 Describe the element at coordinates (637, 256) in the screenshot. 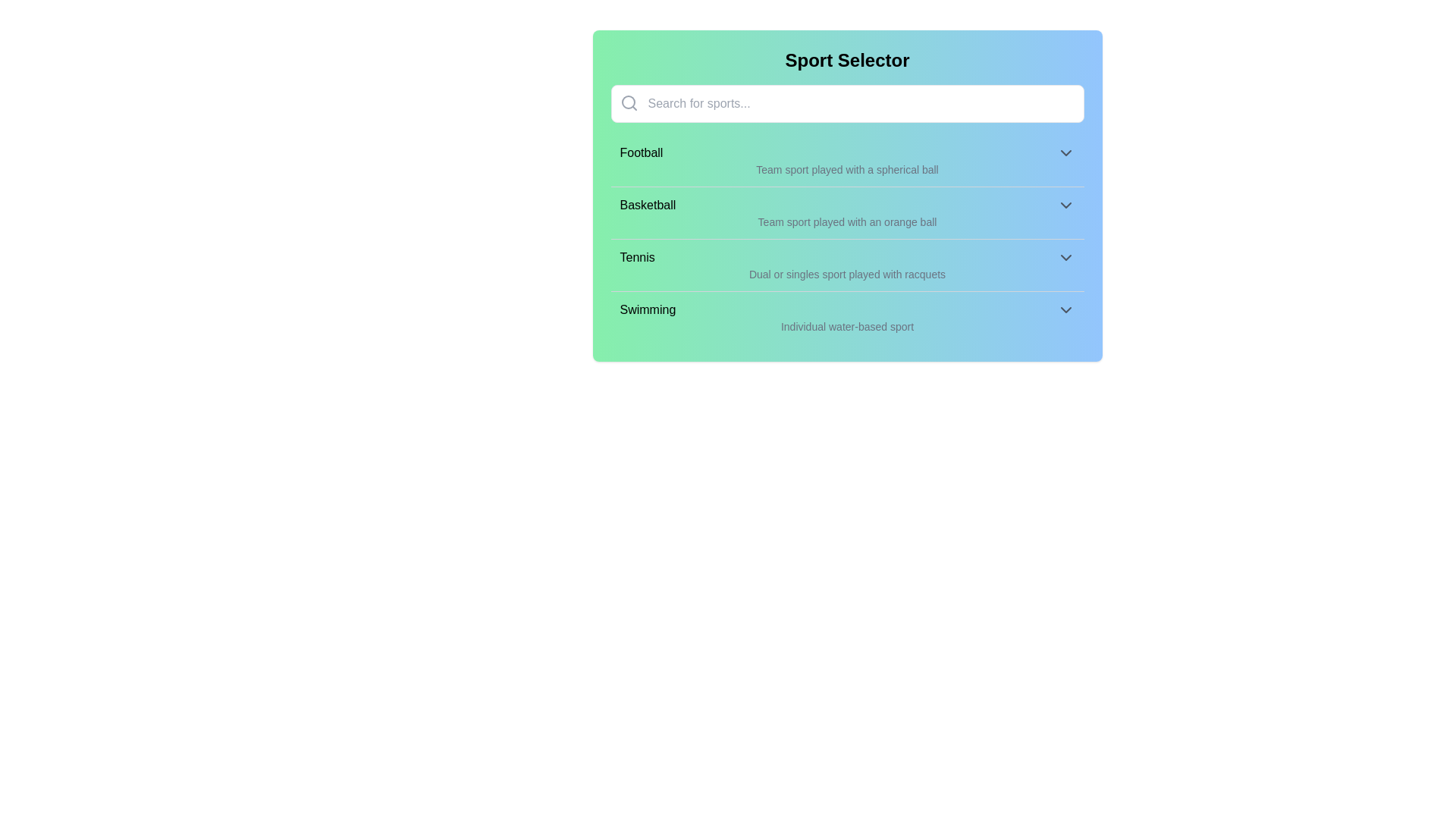

I see `the 'Tennis' label in the sports options list` at that location.